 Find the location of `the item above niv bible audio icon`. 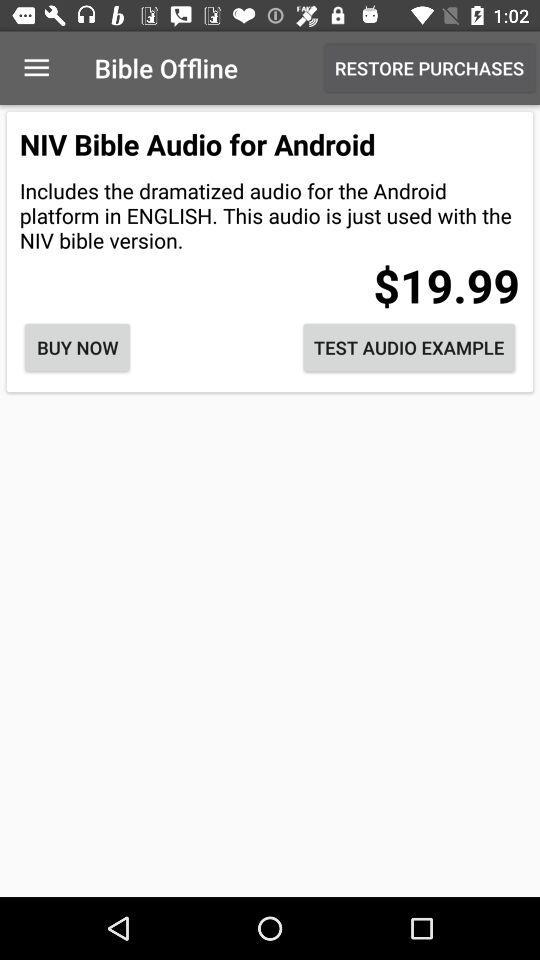

the item above niv bible audio icon is located at coordinates (36, 68).